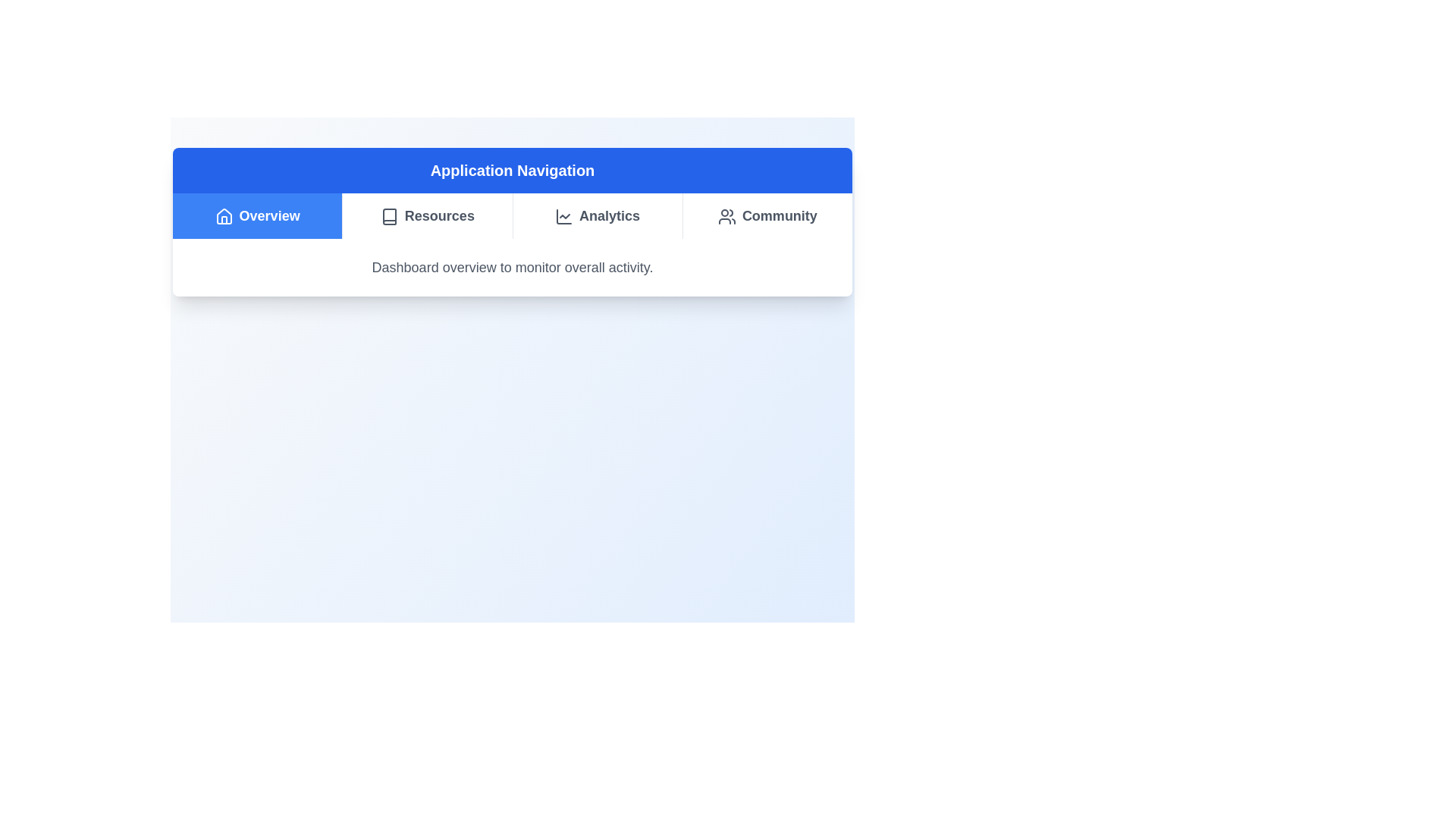 The image size is (1456, 819). What do you see at coordinates (426, 216) in the screenshot?
I see `the tab item corresponding to Resources` at bounding box center [426, 216].